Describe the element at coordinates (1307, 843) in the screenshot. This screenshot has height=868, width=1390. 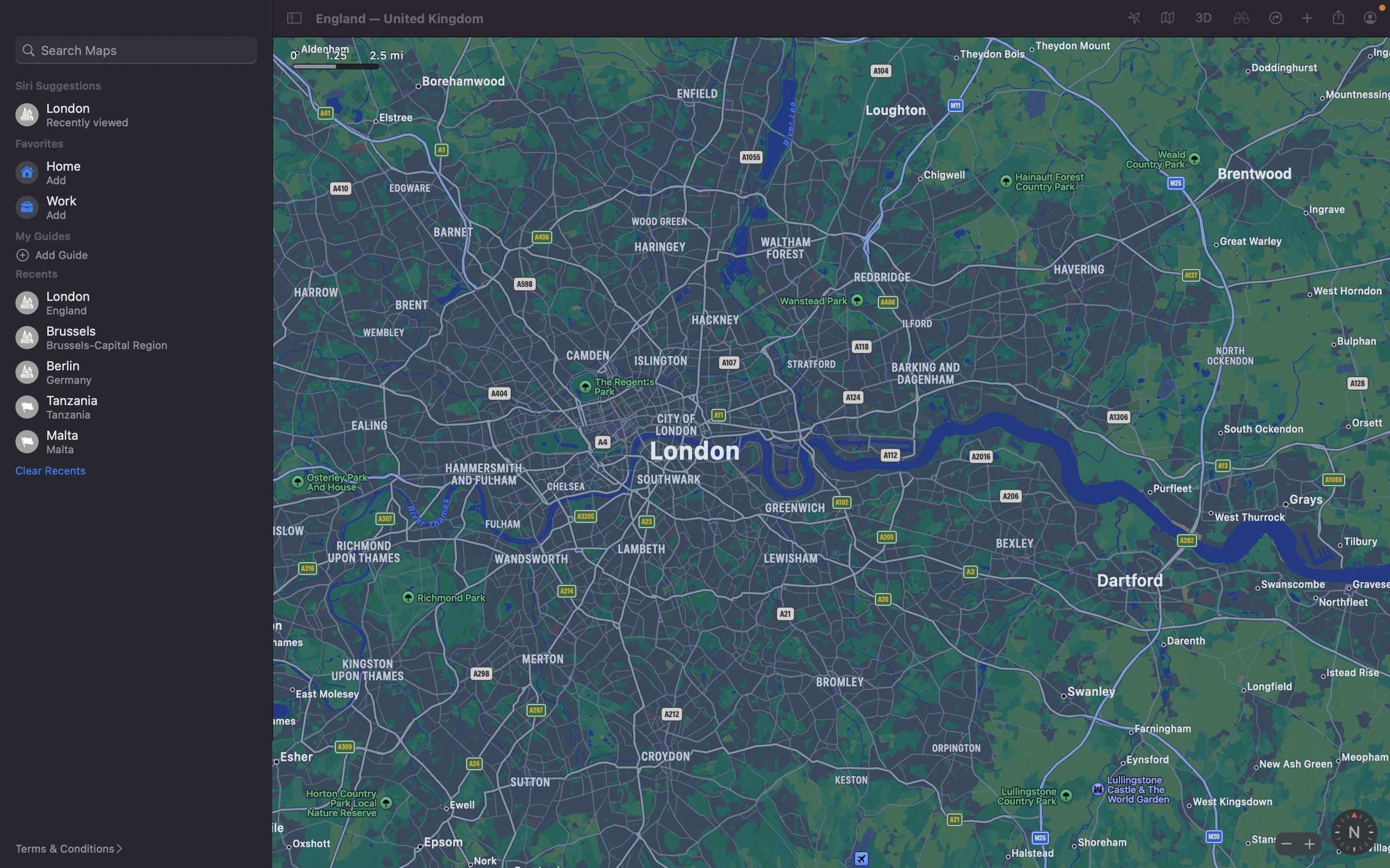
I see `Expand the map"s detail view` at that location.